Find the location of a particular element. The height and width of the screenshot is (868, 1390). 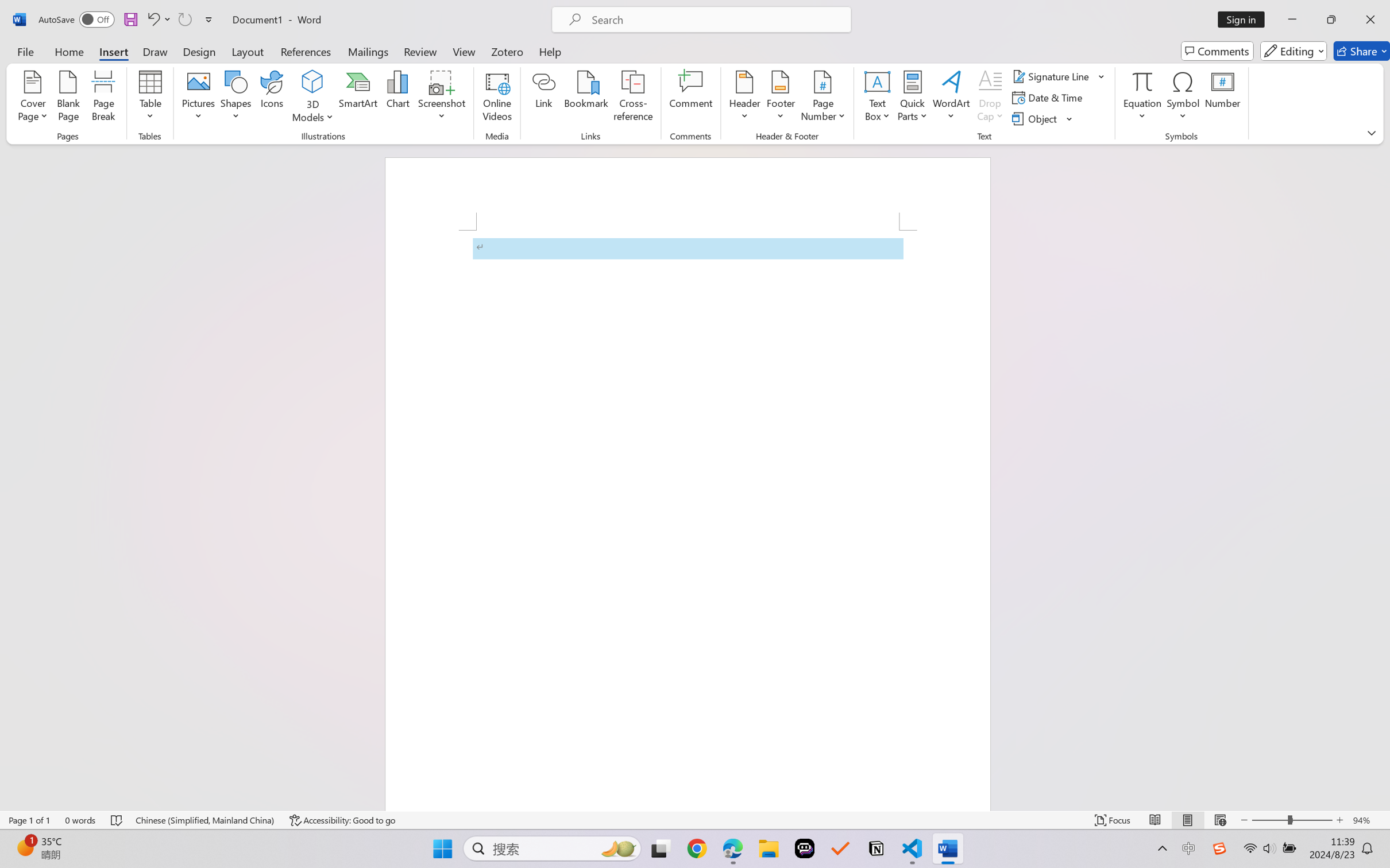

'Page Number' is located at coordinates (823, 98).